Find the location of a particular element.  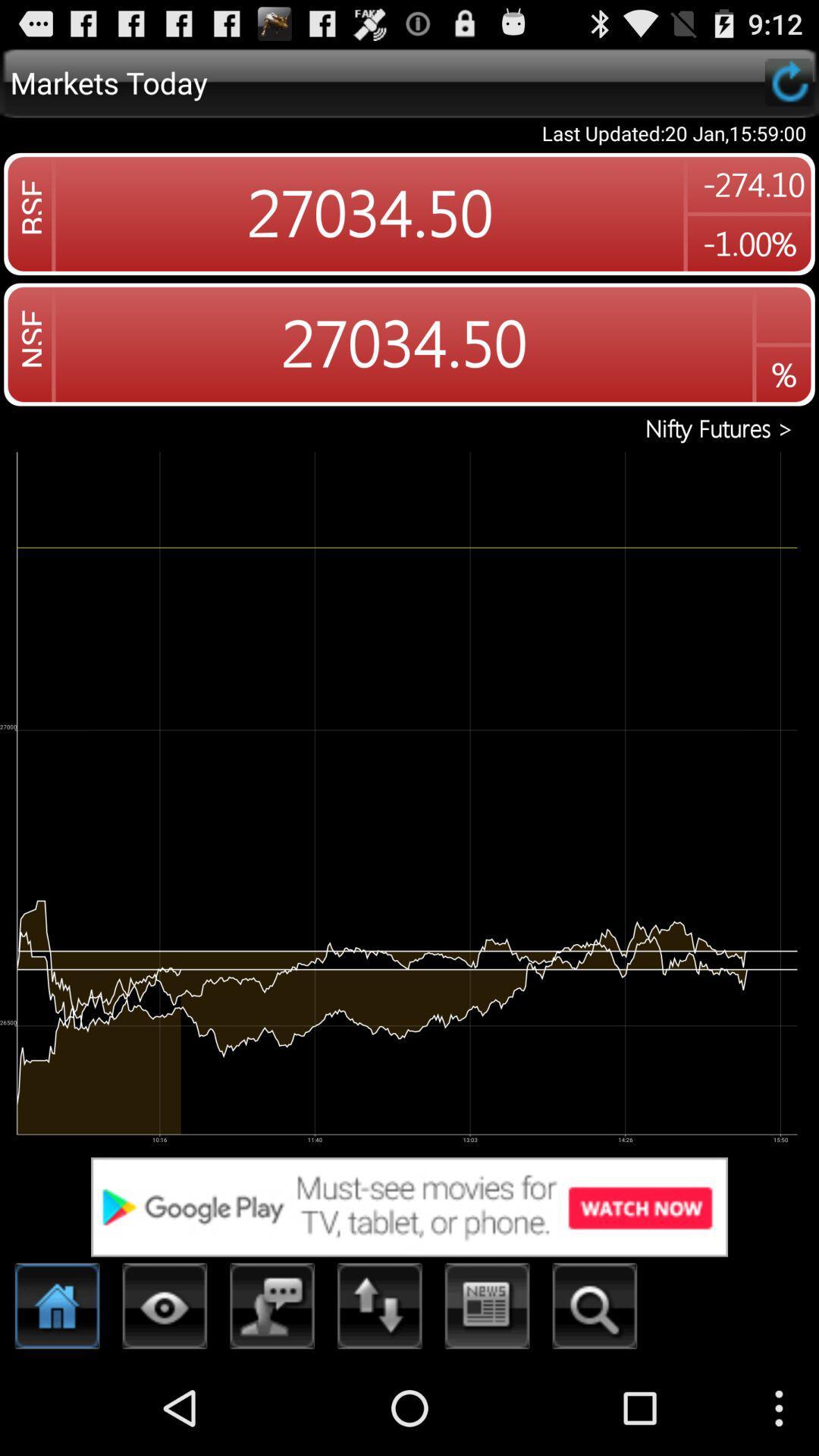

home is located at coordinates (57, 1310).